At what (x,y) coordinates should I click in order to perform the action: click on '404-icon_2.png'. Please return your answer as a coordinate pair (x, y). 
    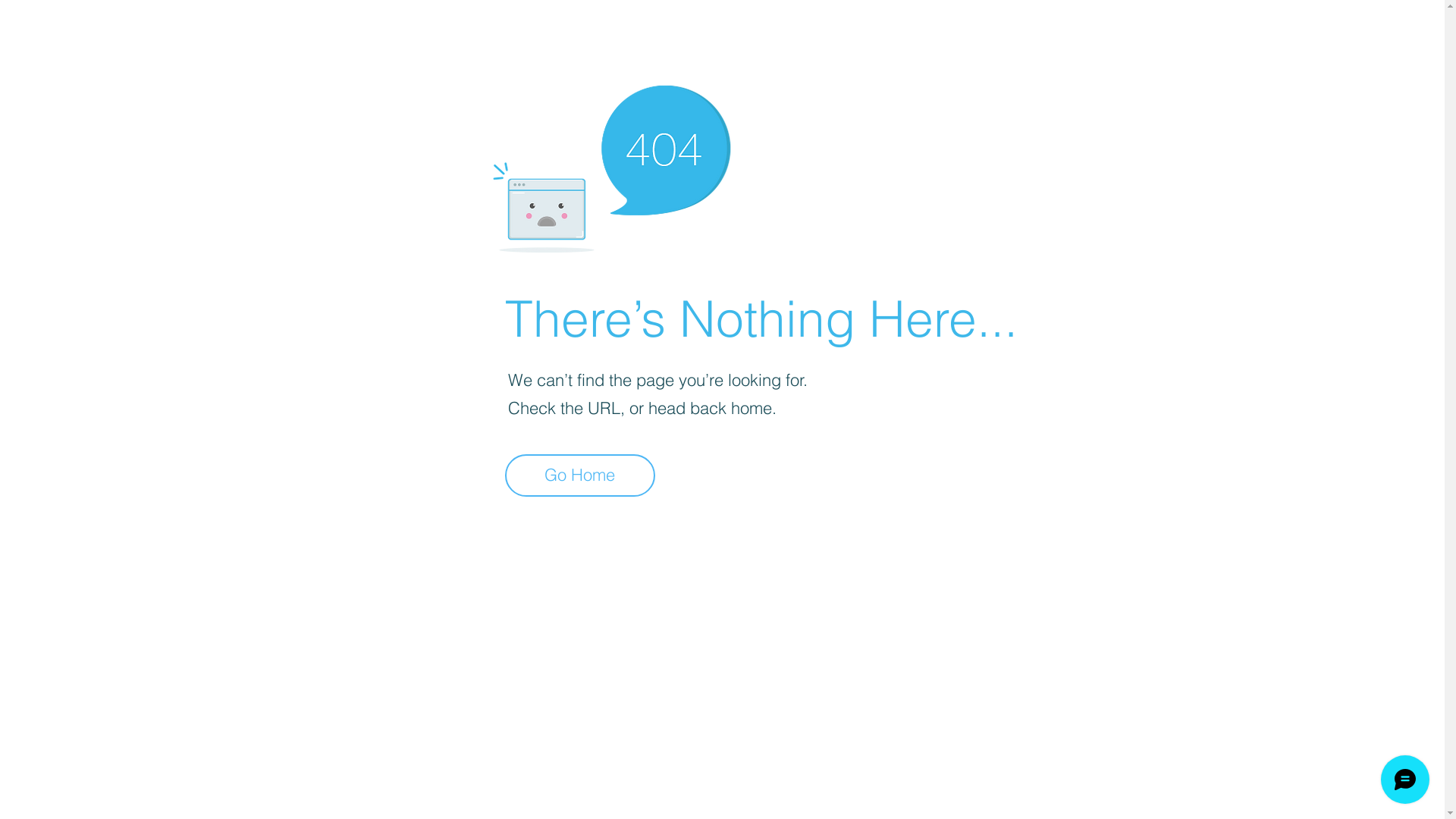
    Looking at the image, I should click on (610, 165).